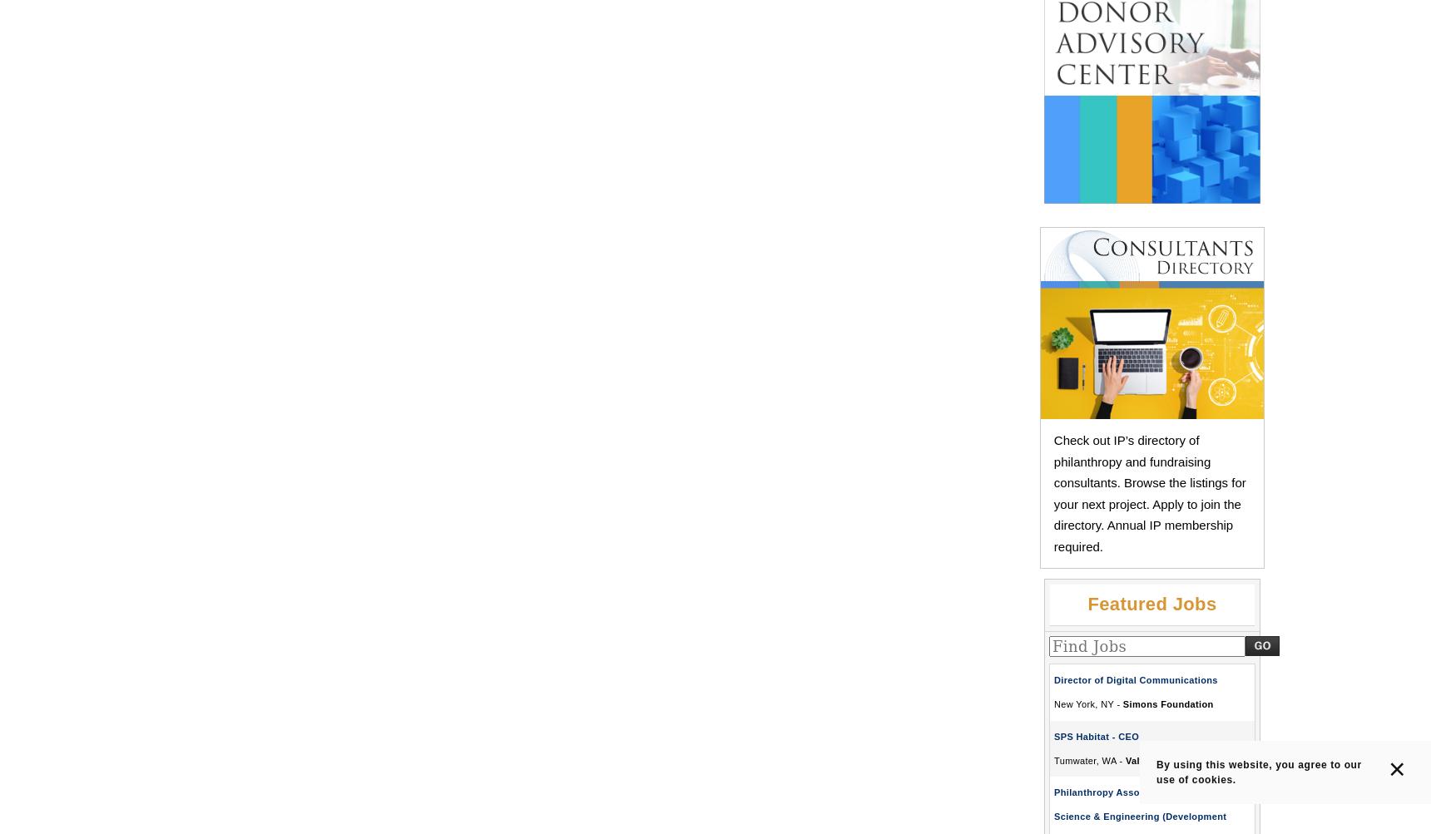 Image resolution: width=1456 pixels, height=834 pixels. I want to click on 'By using this website, you agree to our use of cookies.', so click(1258, 771).